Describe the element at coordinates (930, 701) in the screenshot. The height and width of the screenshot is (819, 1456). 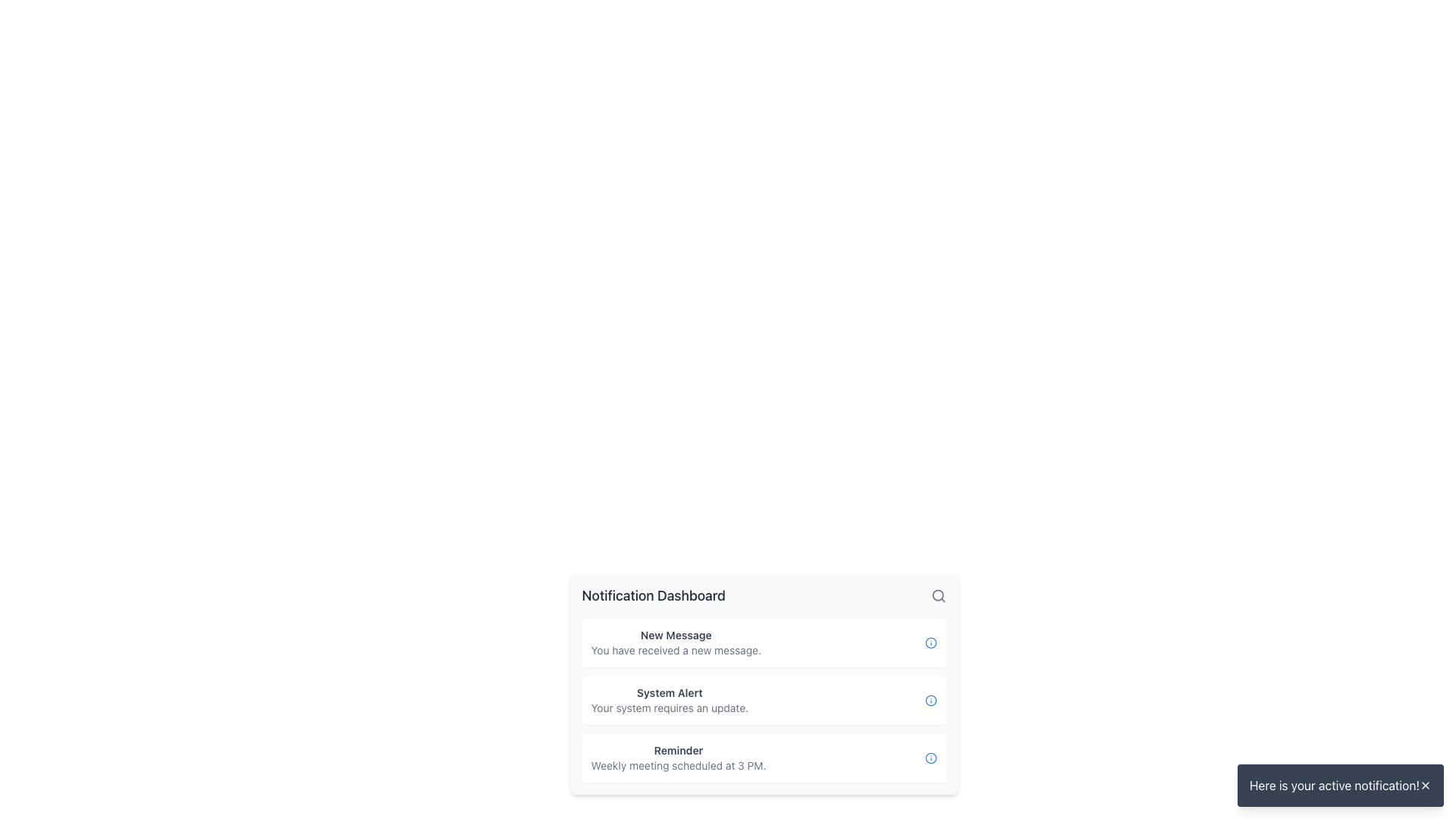
I see `the circular component of the information symbol located at the end of the 'System Alert' notification row in the 'Notification Dashboard'` at that location.